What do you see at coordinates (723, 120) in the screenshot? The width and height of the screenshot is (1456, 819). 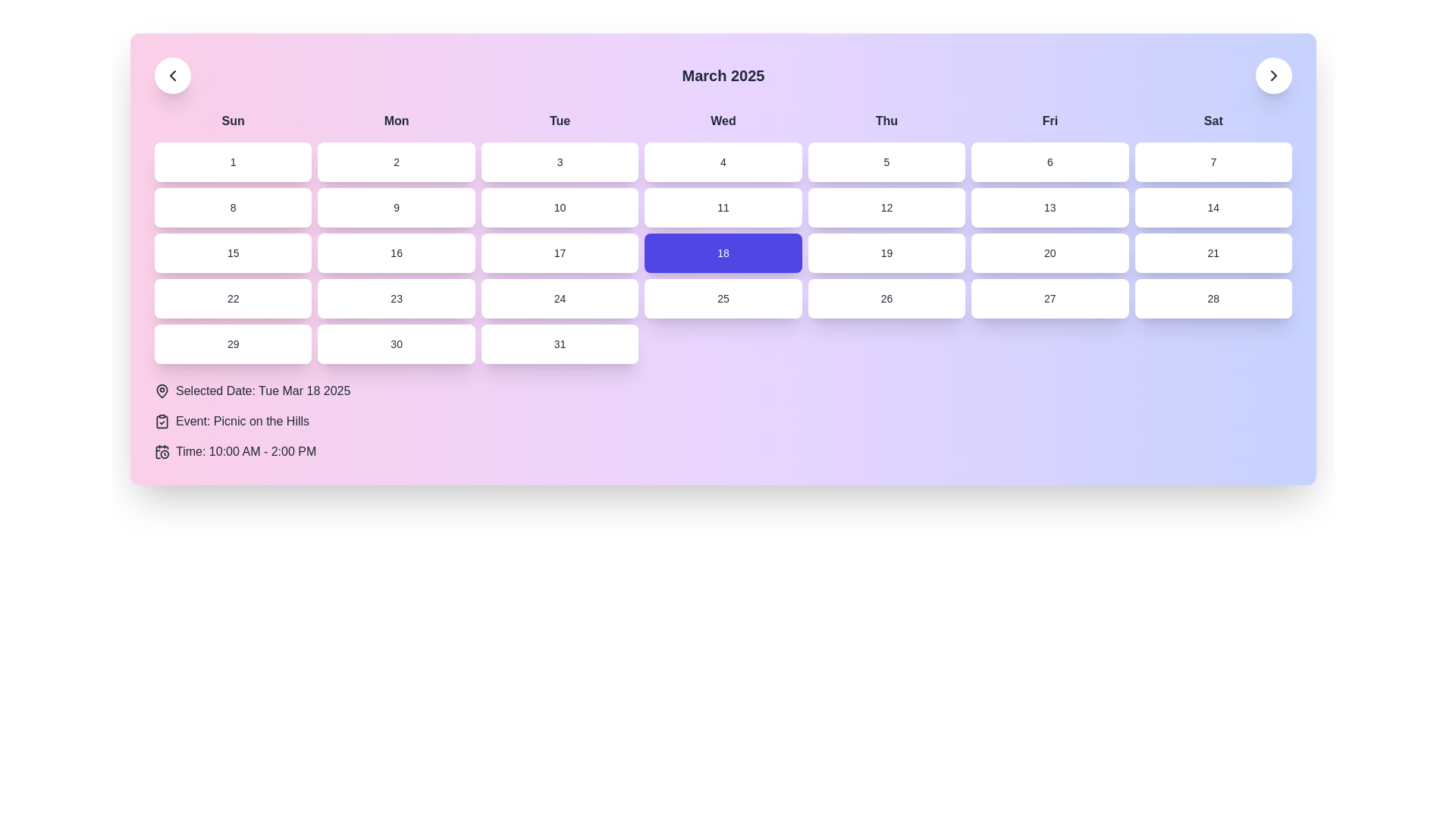 I see `weekday labels displayed in bold text in the header row of the calendar, which includes 'Sun', 'Mon', 'Tue', 'Wed', 'Thu', 'Fri', 'Sat'` at bounding box center [723, 120].